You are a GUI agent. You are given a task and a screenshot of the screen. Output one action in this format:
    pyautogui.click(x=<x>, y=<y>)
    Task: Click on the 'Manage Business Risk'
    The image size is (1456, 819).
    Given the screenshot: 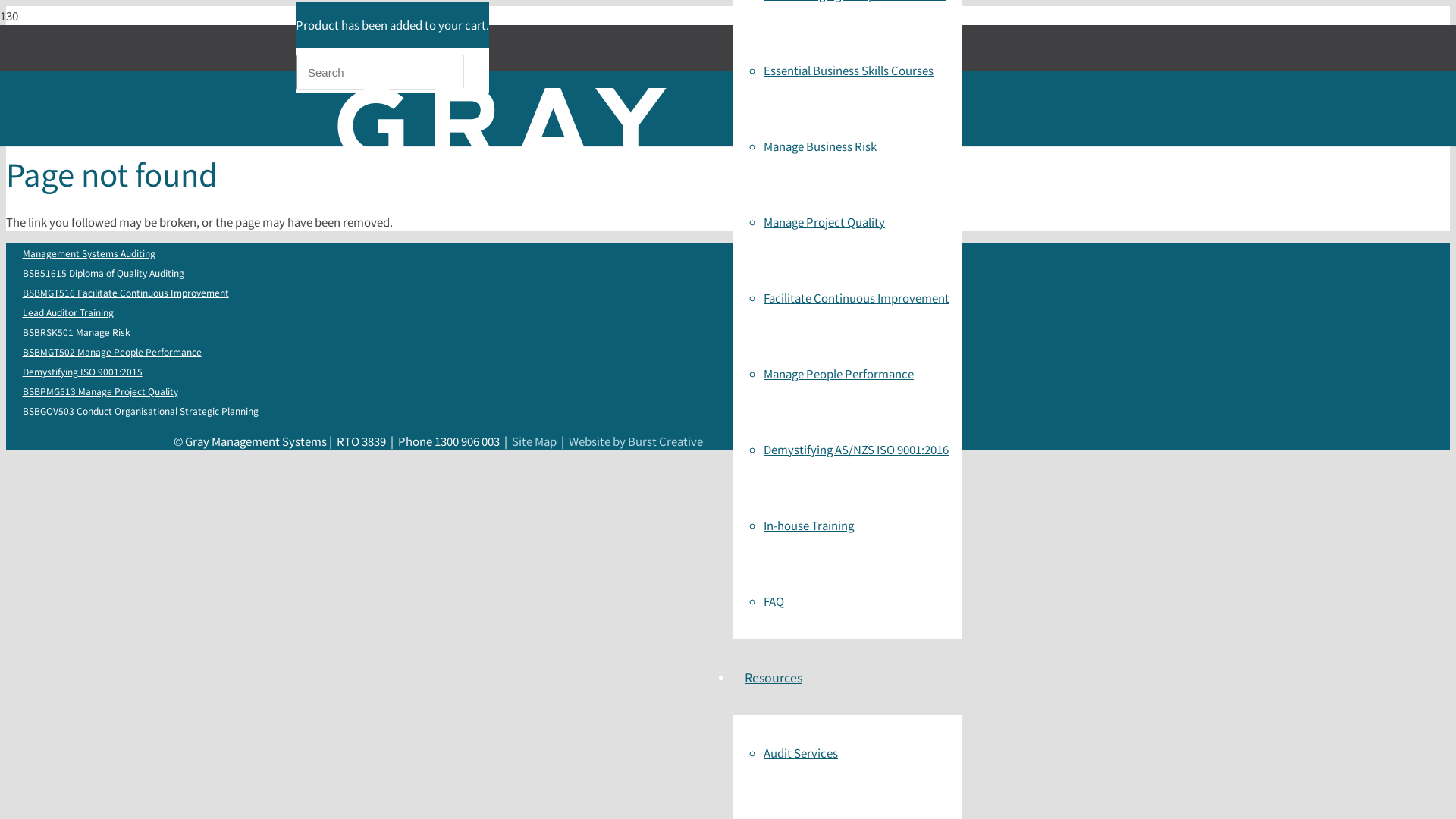 What is the action you would take?
    pyautogui.click(x=819, y=146)
    